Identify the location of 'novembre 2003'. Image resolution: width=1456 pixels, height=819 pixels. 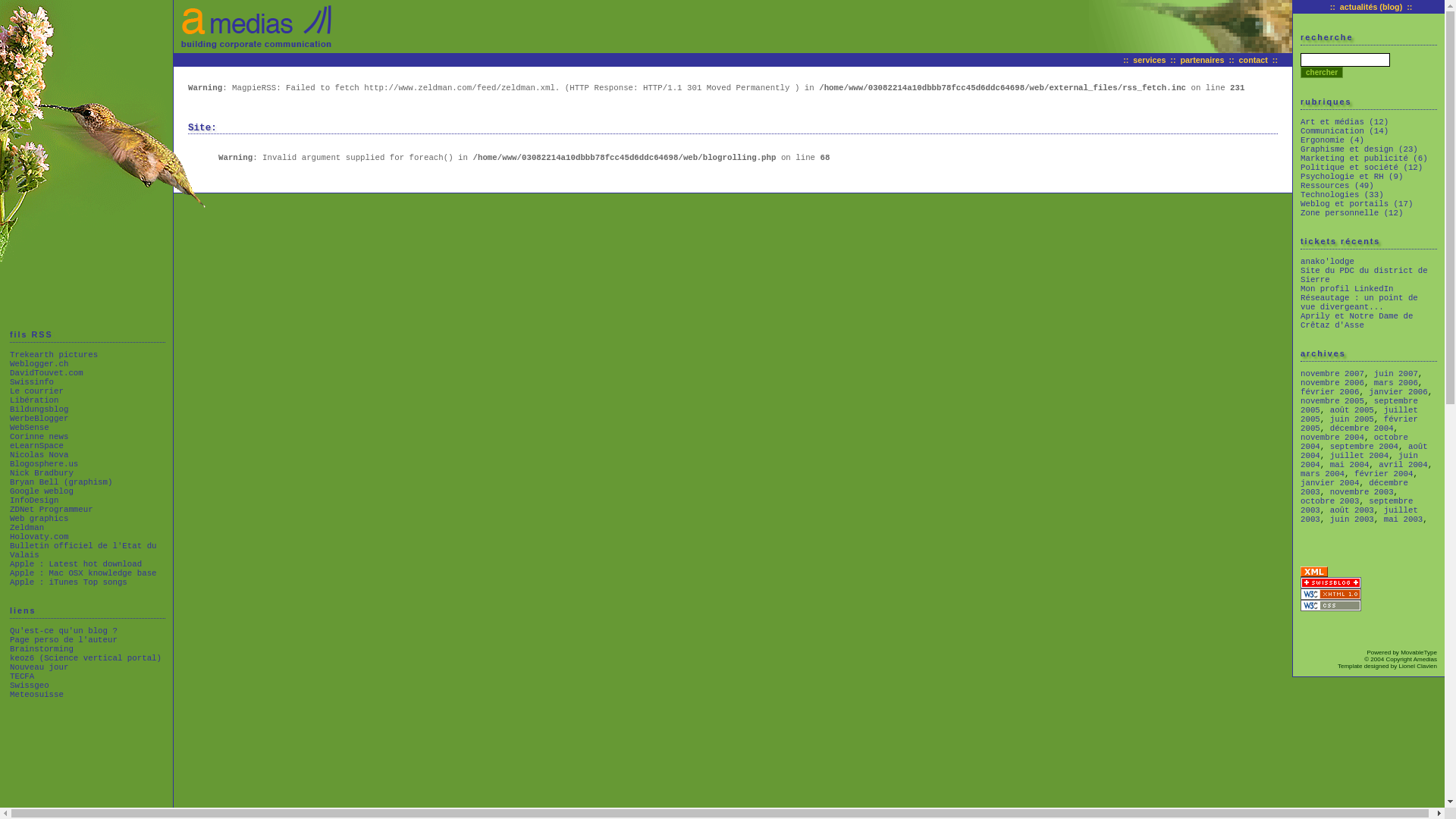
(1361, 491).